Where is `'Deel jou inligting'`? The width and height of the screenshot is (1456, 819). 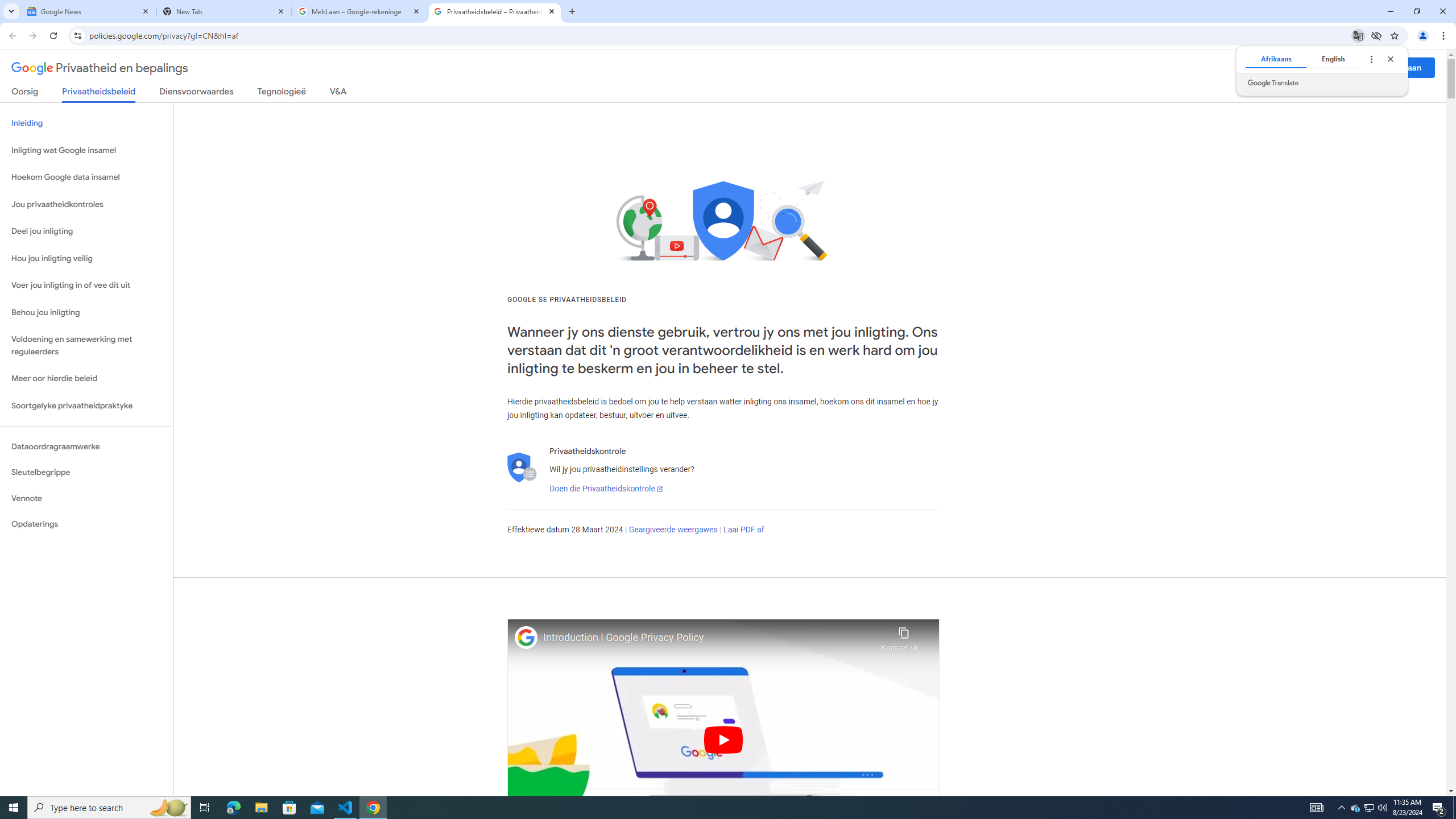 'Deel jou inligting' is located at coordinates (86, 230).